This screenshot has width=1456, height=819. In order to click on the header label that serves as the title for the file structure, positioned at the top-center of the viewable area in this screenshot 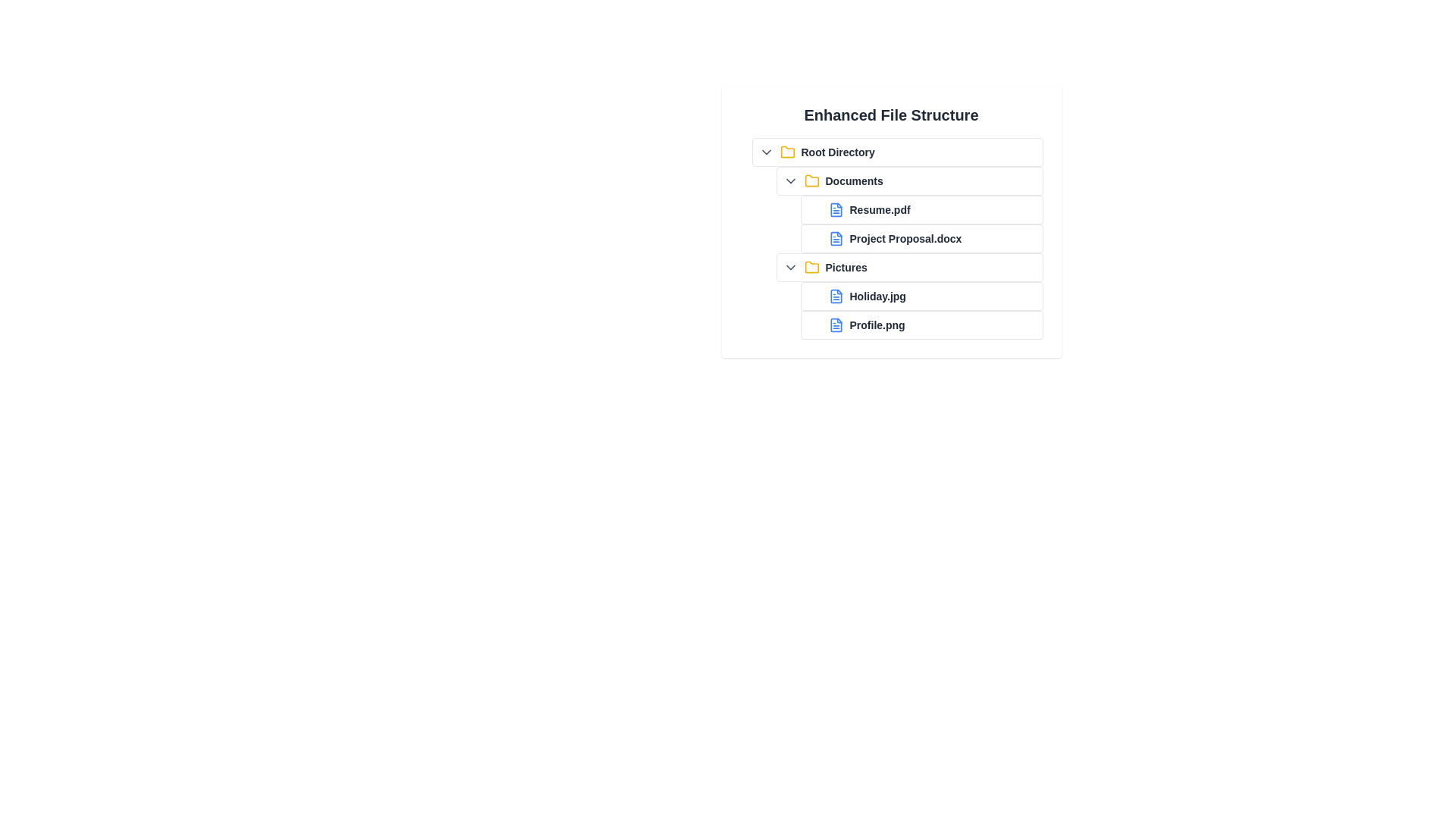, I will do `click(891, 114)`.